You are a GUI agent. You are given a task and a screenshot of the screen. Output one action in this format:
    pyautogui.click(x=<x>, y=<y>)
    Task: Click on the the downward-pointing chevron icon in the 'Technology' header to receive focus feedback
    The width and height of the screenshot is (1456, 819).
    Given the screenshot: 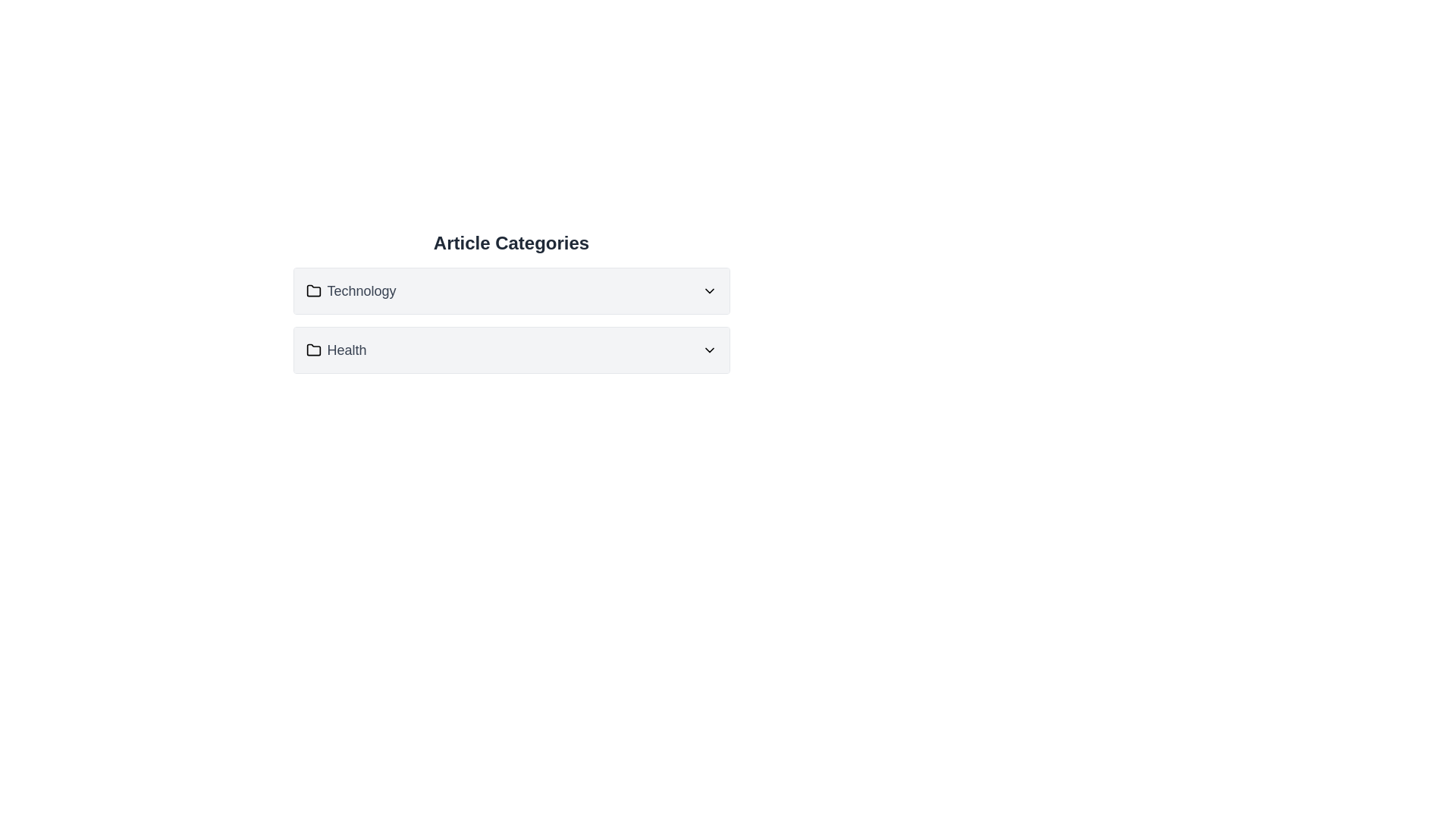 What is the action you would take?
    pyautogui.click(x=708, y=291)
    